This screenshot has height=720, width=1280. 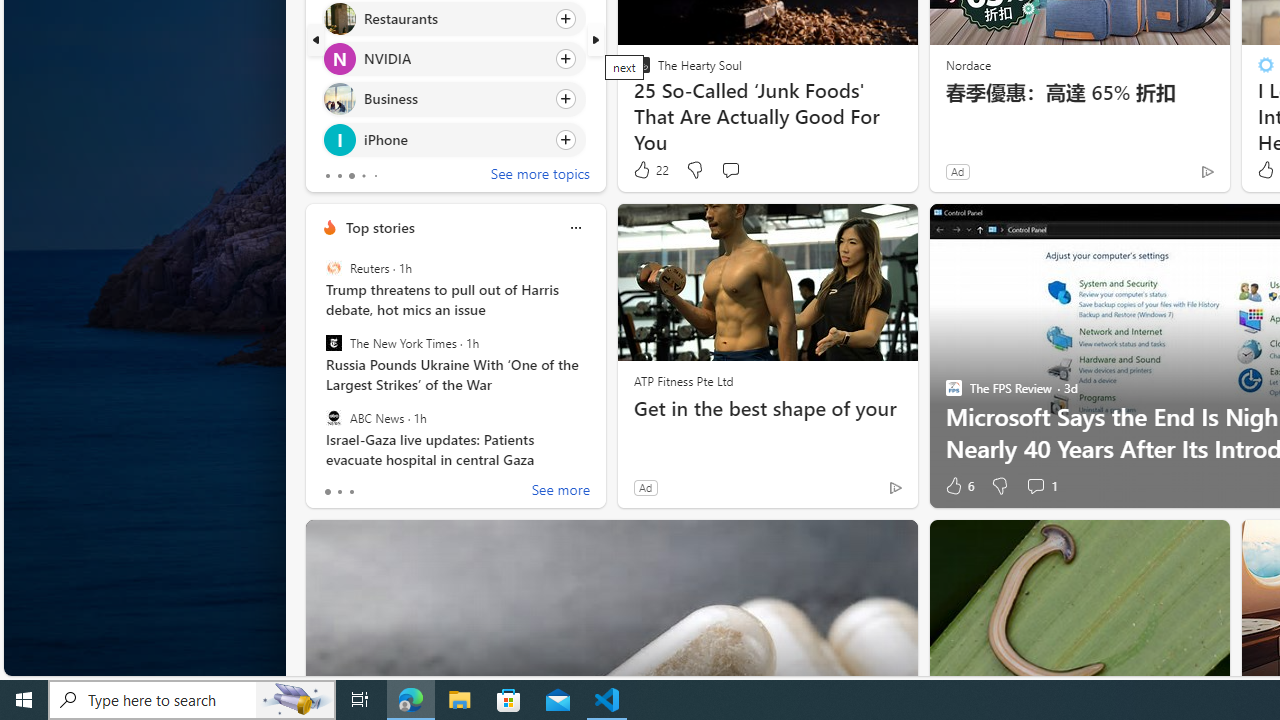 I want to click on 'tab-3', so click(x=363, y=175).